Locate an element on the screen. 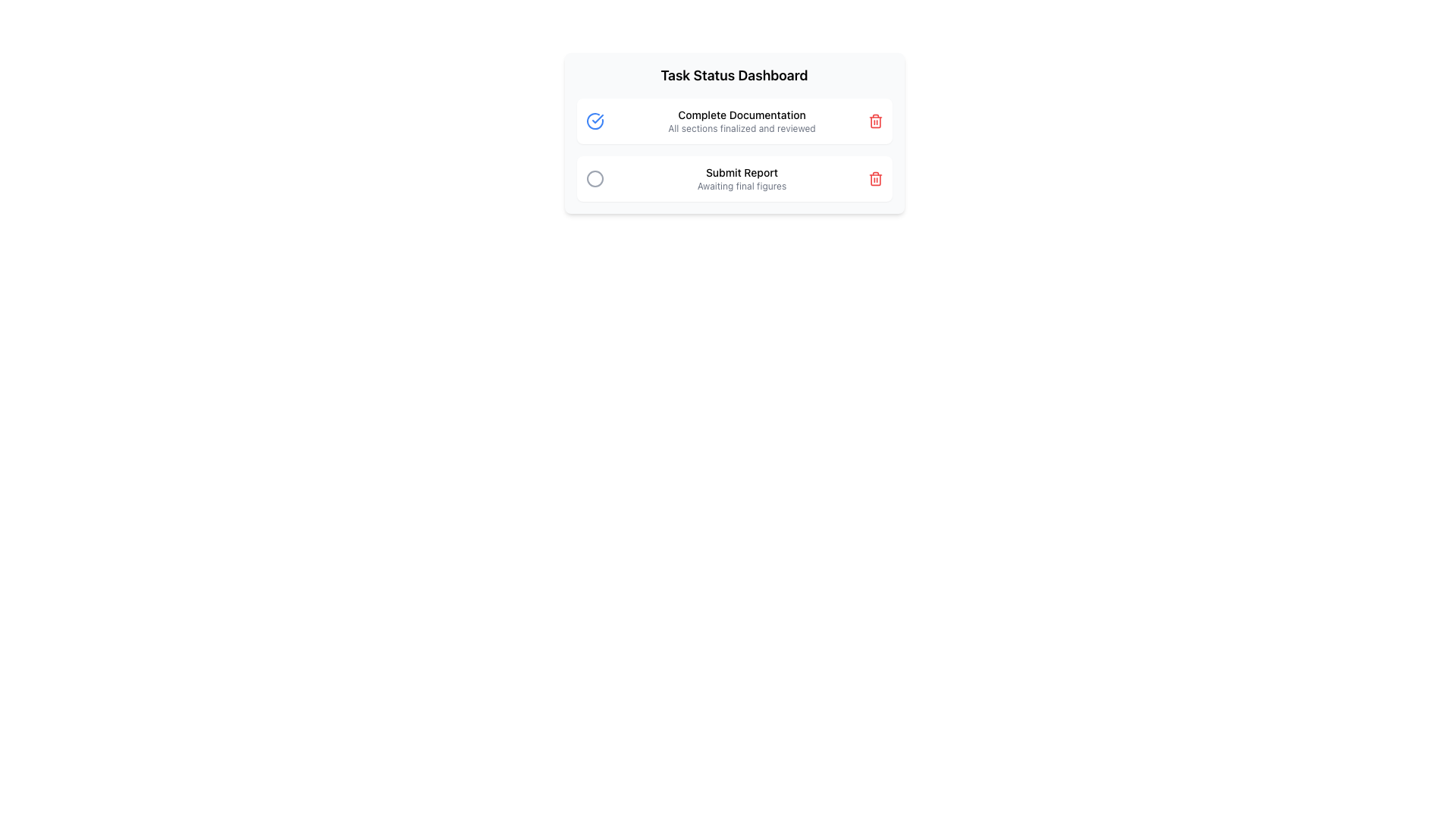 The width and height of the screenshot is (1456, 819). the first task card in the 'Task Status Dashboard' is located at coordinates (734, 120).